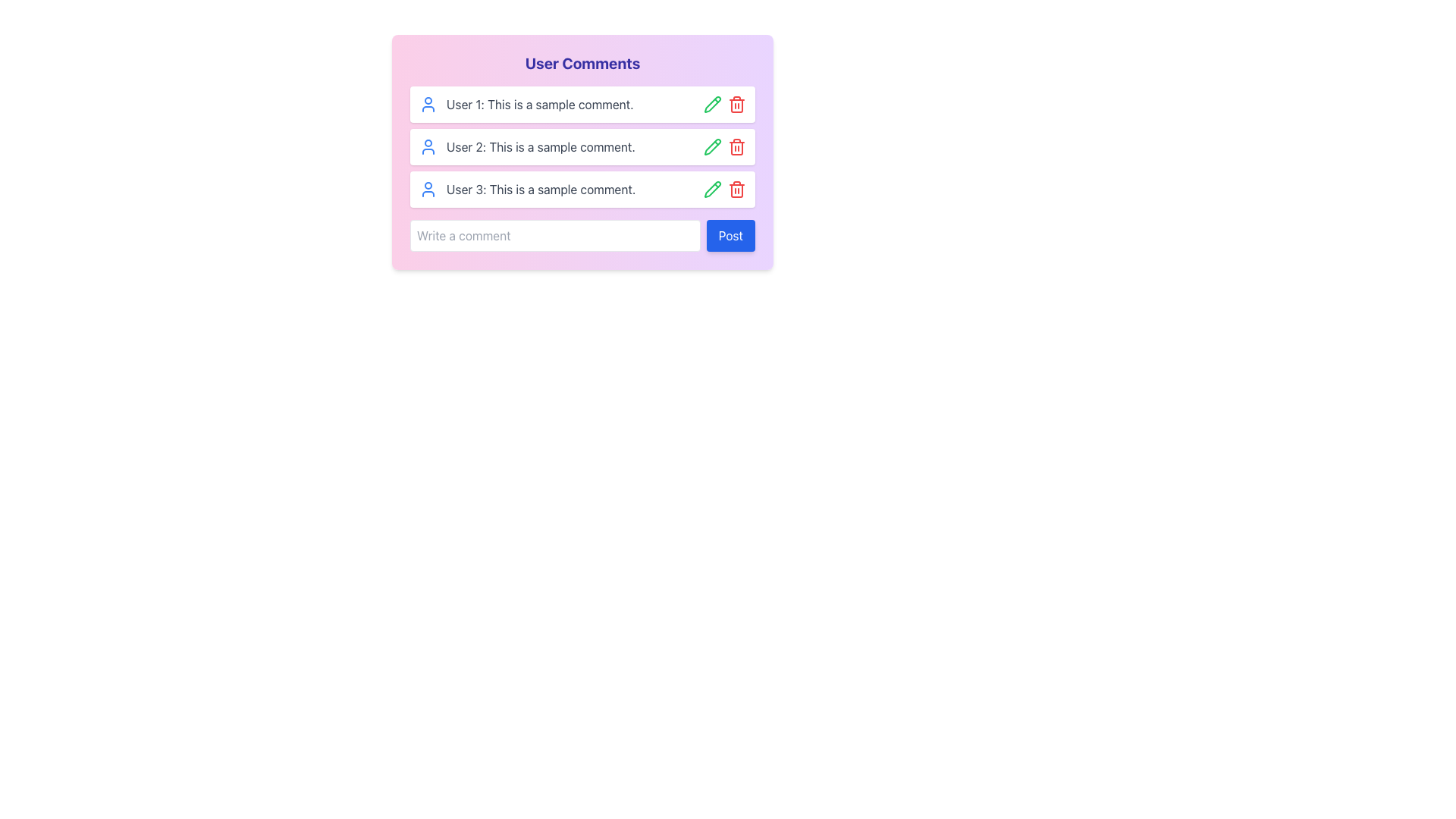  Describe the element at coordinates (712, 189) in the screenshot. I see `the green pencil-shaped icon in the user comments section` at that location.